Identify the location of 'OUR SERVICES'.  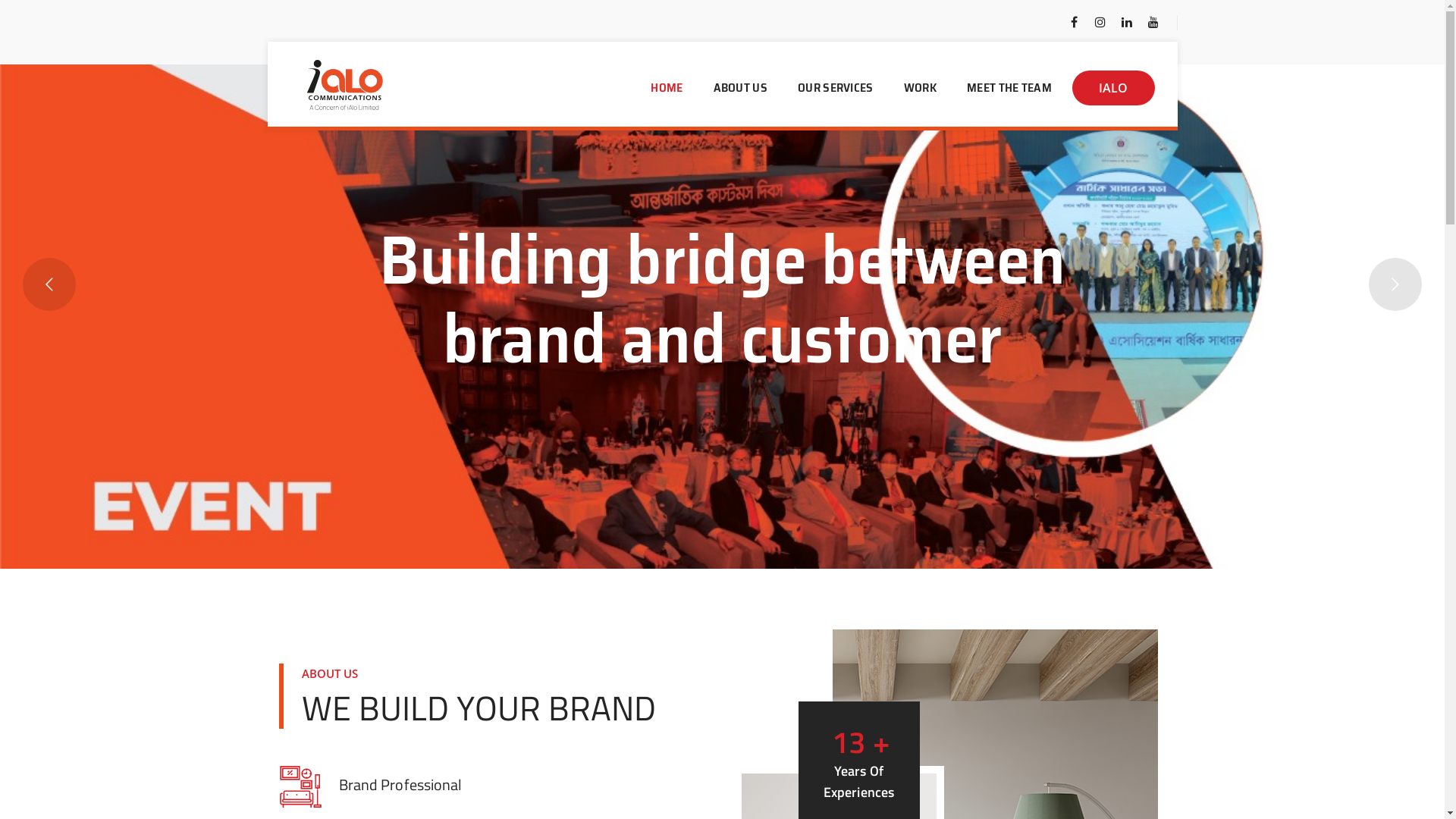
(783, 87).